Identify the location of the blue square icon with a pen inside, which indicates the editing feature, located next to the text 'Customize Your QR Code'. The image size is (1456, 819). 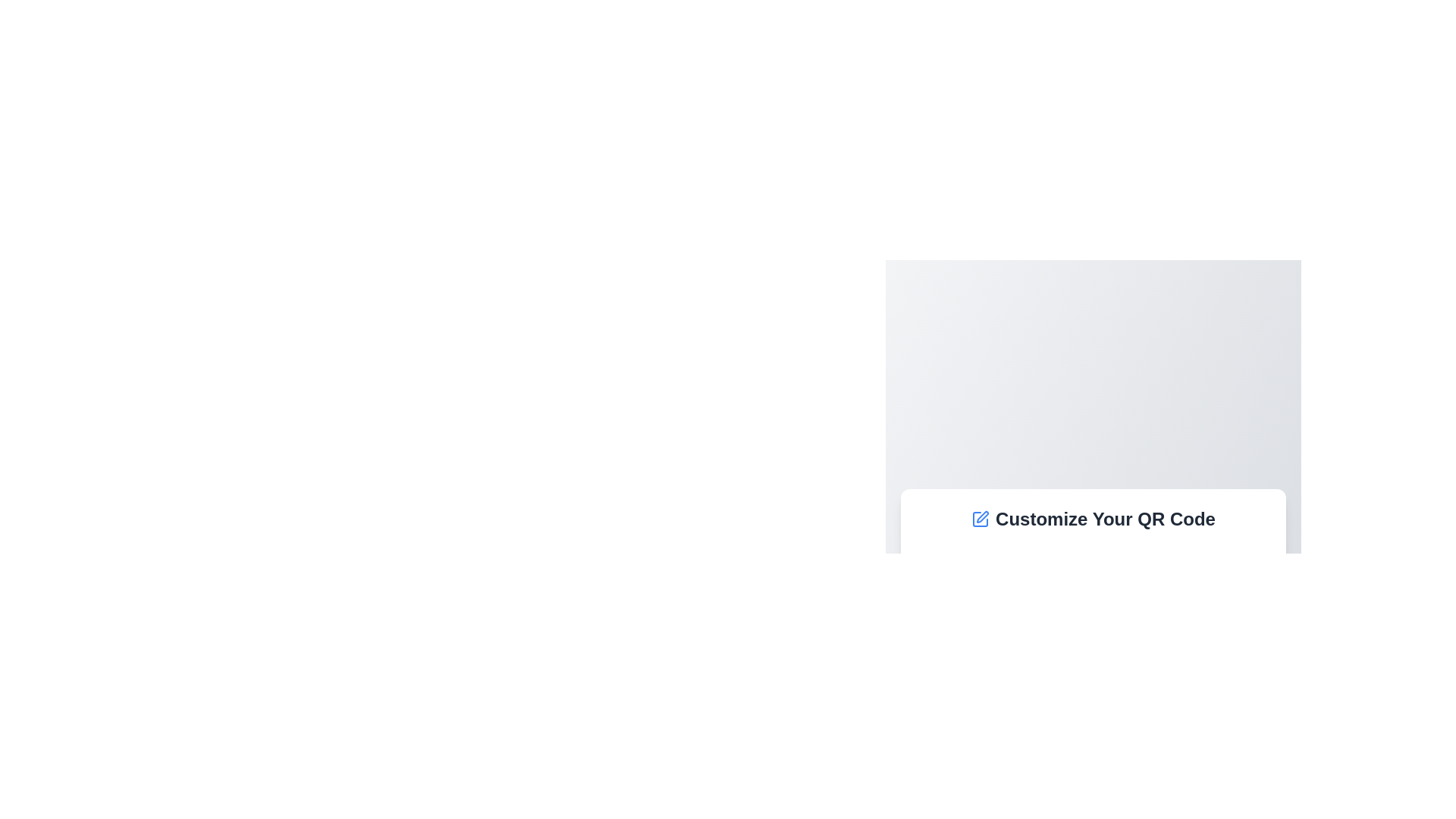
(981, 519).